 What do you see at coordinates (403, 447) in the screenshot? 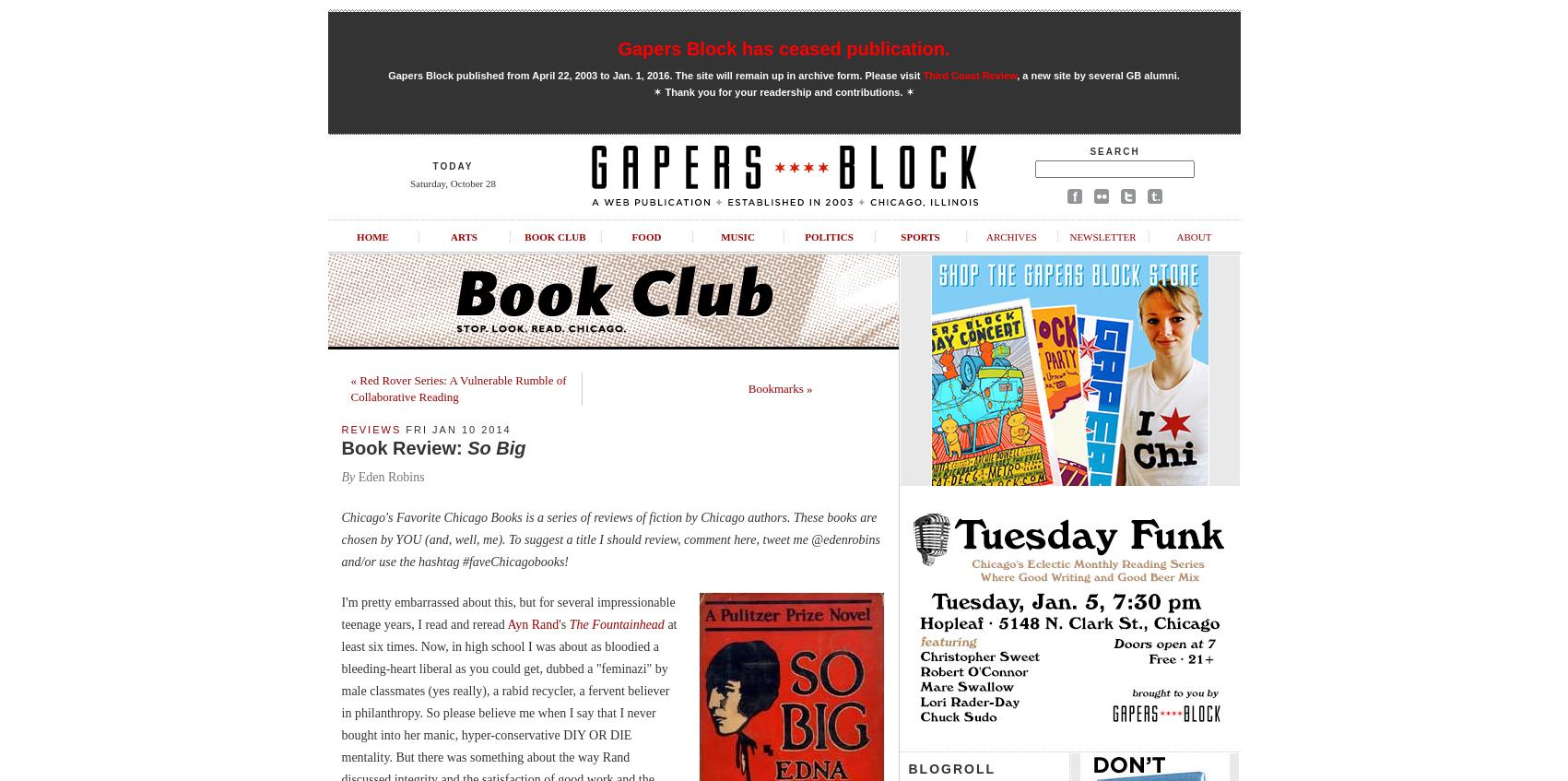
I see `'Book Review:'` at bounding box center [403, 447].